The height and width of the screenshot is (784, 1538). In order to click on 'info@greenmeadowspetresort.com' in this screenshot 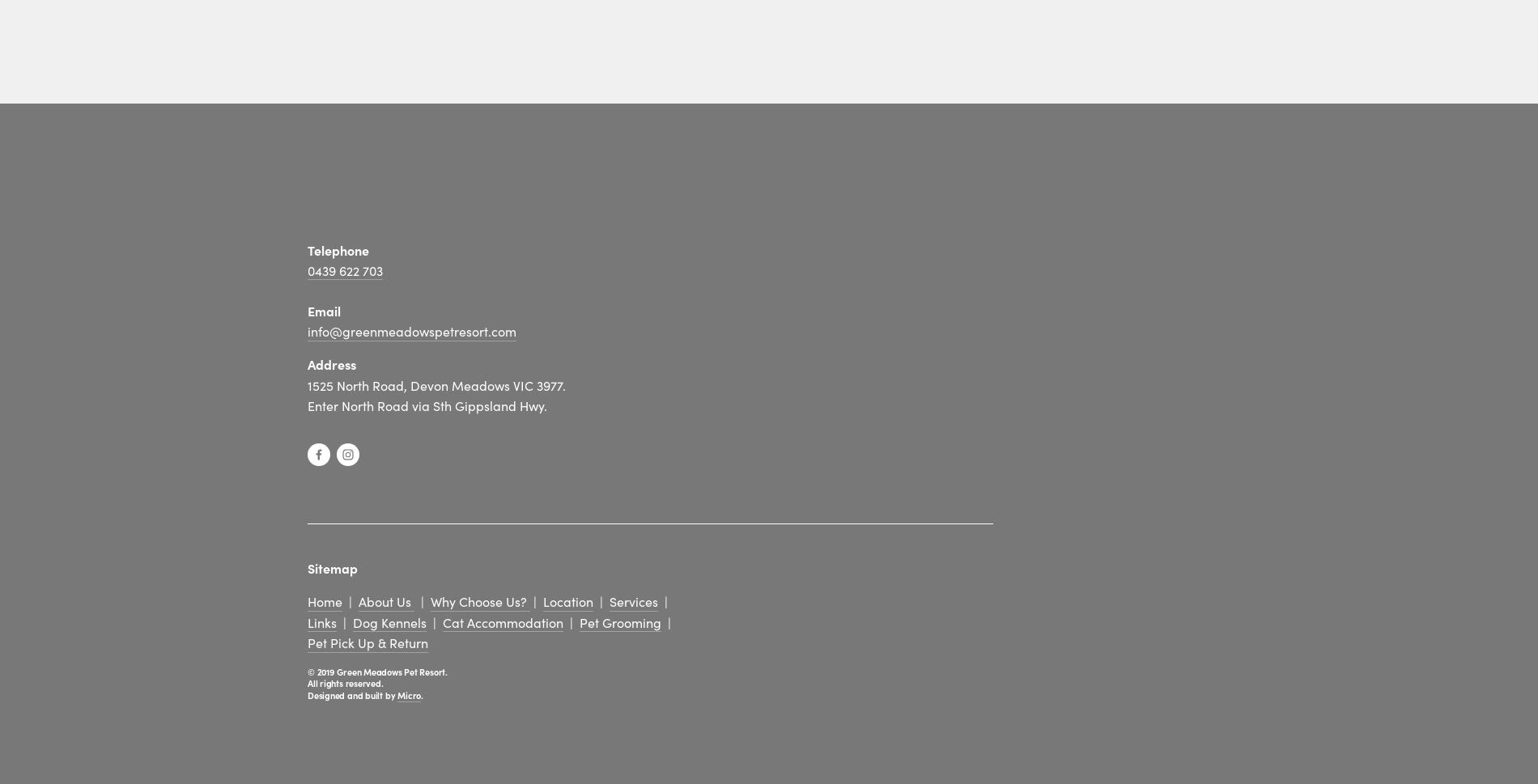, I will do `click(412, 330)`.